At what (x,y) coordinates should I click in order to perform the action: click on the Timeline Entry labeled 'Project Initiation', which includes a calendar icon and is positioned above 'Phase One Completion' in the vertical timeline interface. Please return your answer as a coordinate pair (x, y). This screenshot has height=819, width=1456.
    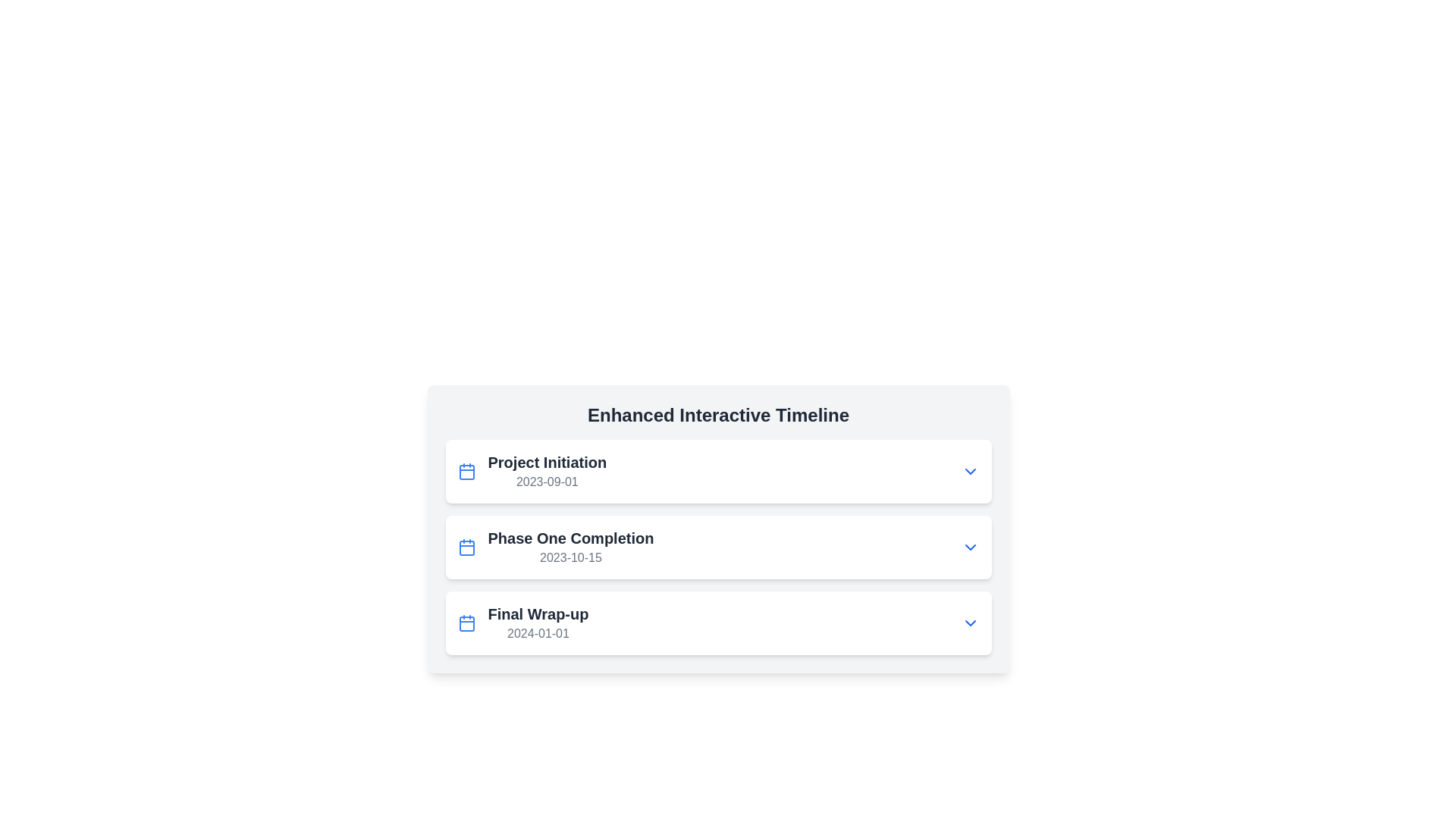
    Looking at the image, I should click on (532, 470).